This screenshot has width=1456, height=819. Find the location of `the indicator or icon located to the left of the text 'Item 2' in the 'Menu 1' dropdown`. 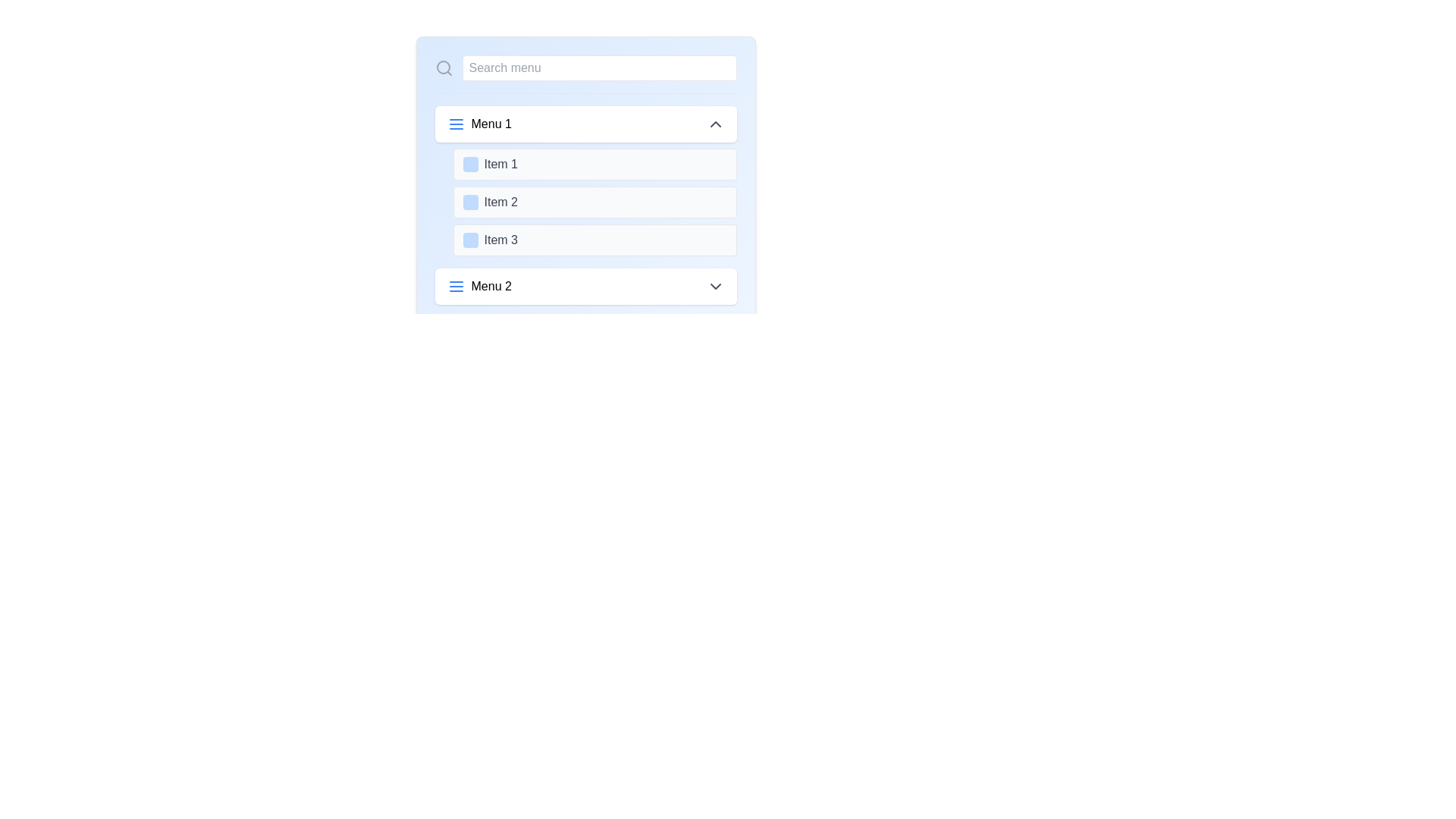

the indicator or icon located to the left of the text 'Item 2' in the 'Menu 1' dropdown is located at coordinates (469, 201).